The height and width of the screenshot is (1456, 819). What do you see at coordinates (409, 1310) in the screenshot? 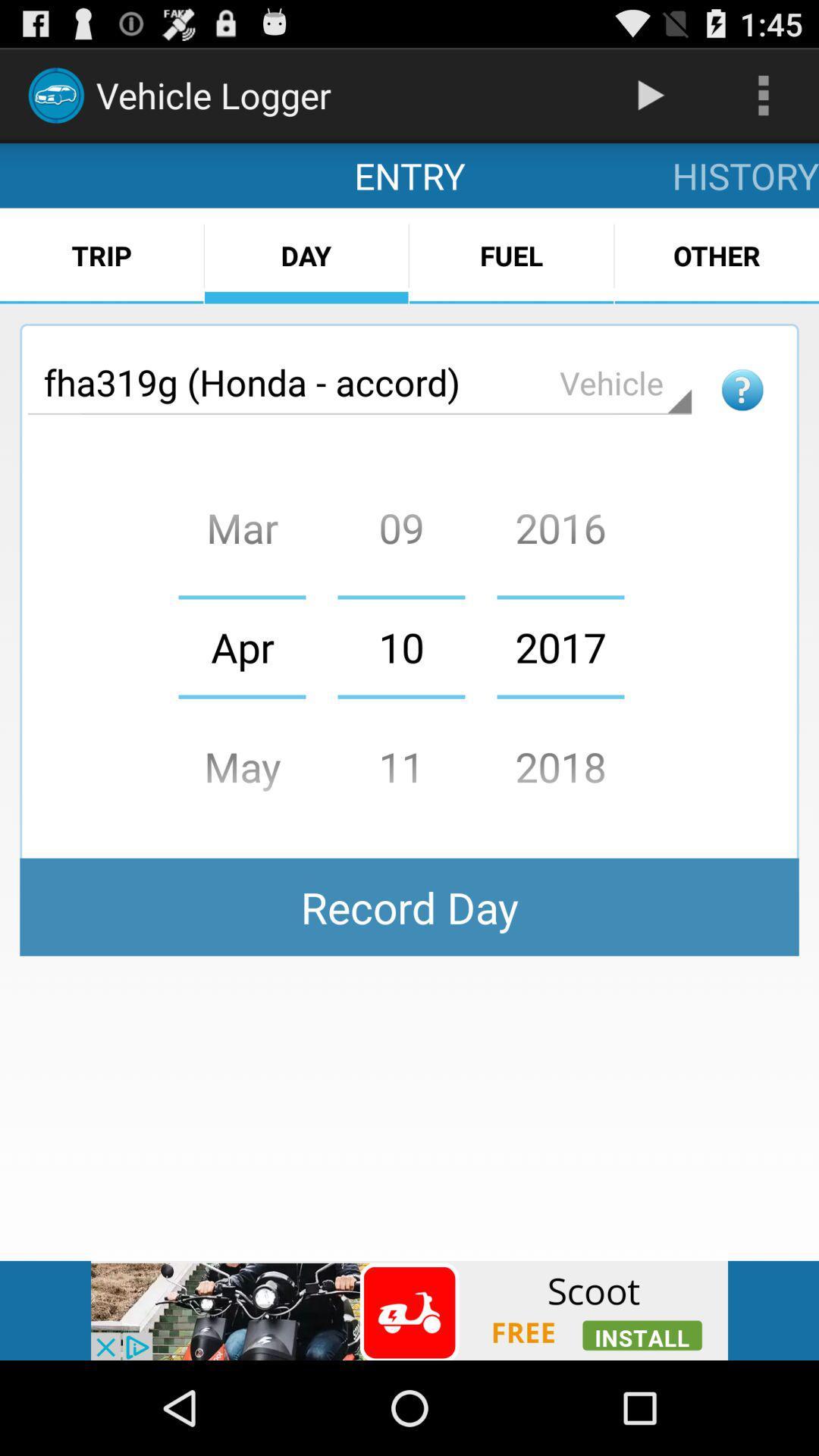
I see `advertisement website` at bounding box center [409, 1310].